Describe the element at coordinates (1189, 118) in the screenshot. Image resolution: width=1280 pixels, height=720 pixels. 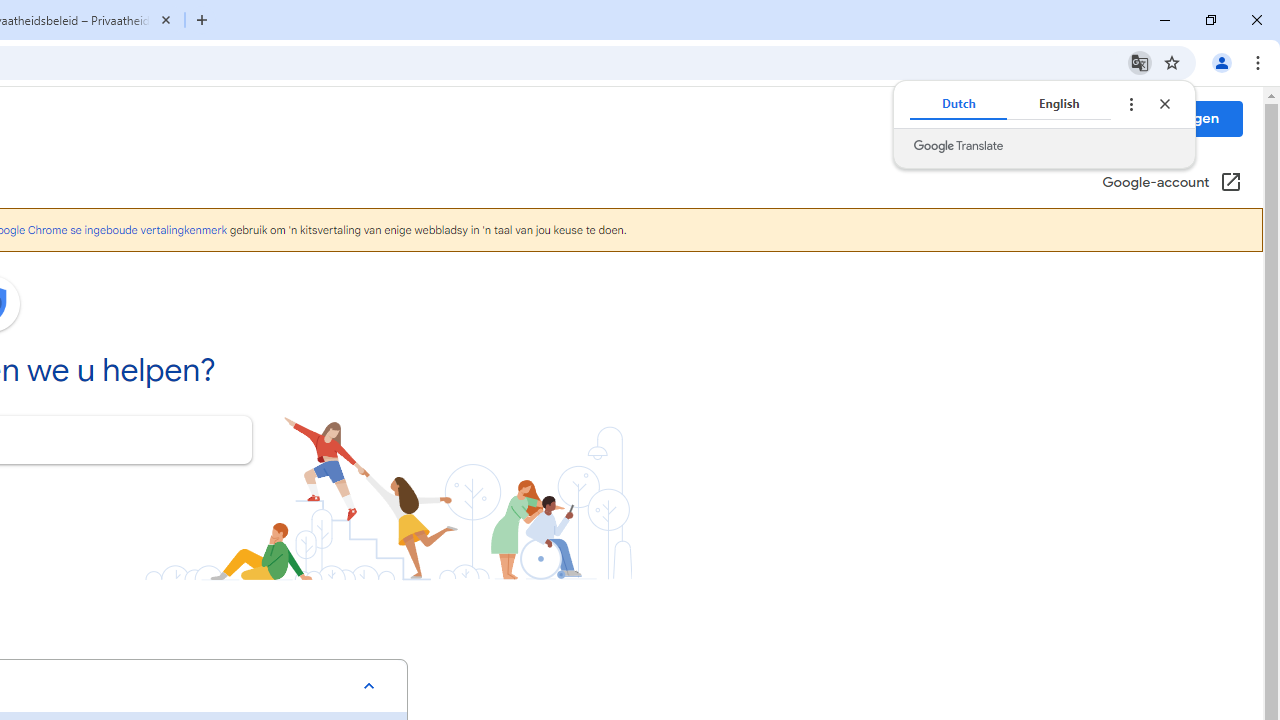
I see `'Inloggen'` at that location.